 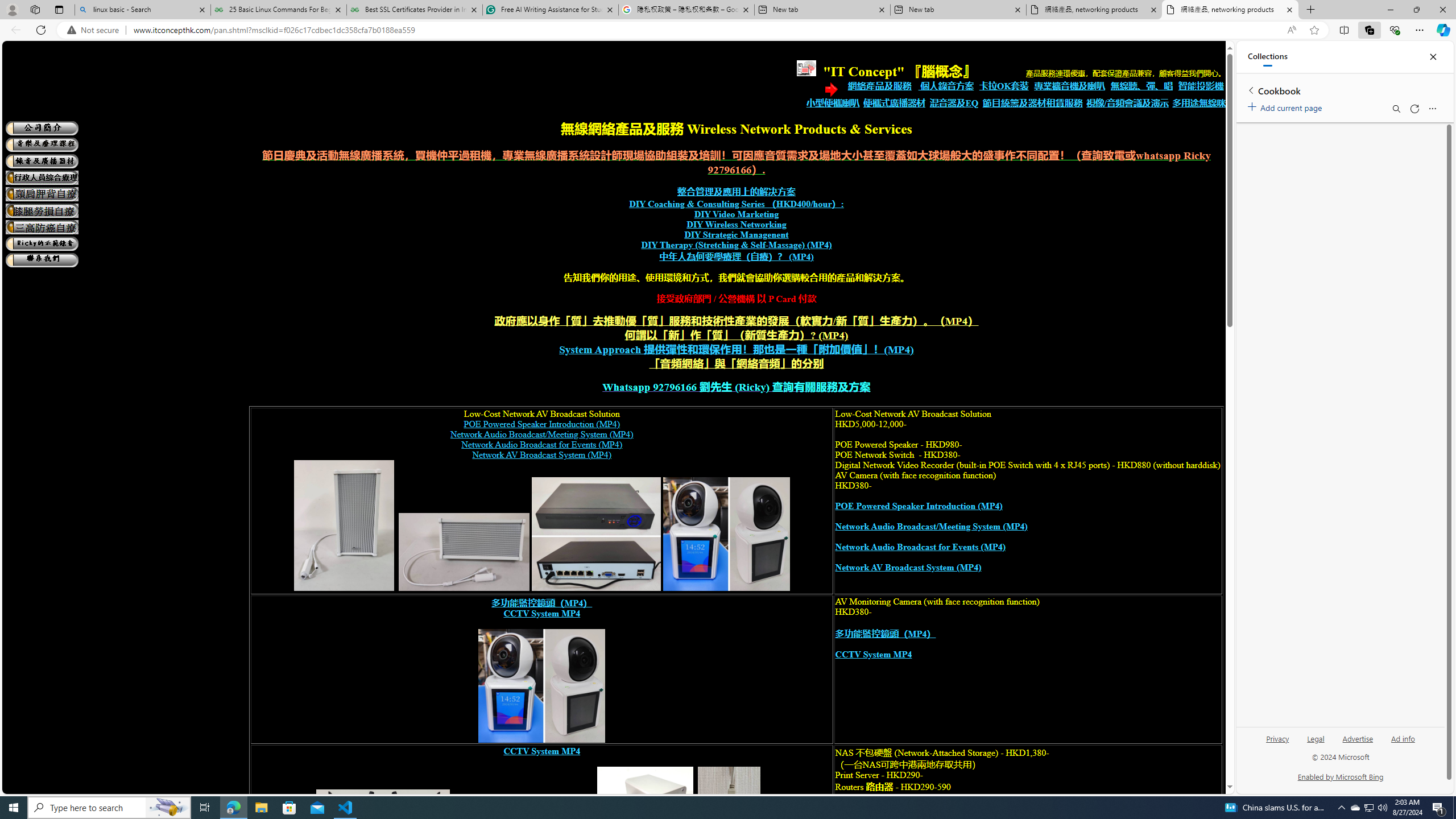 What do you see at coordinates (415, 9) in the screenshot?
I see `'Best SSL Certificates Provider in India - GeeksforGeeks'` at bounding box center [415, 9].